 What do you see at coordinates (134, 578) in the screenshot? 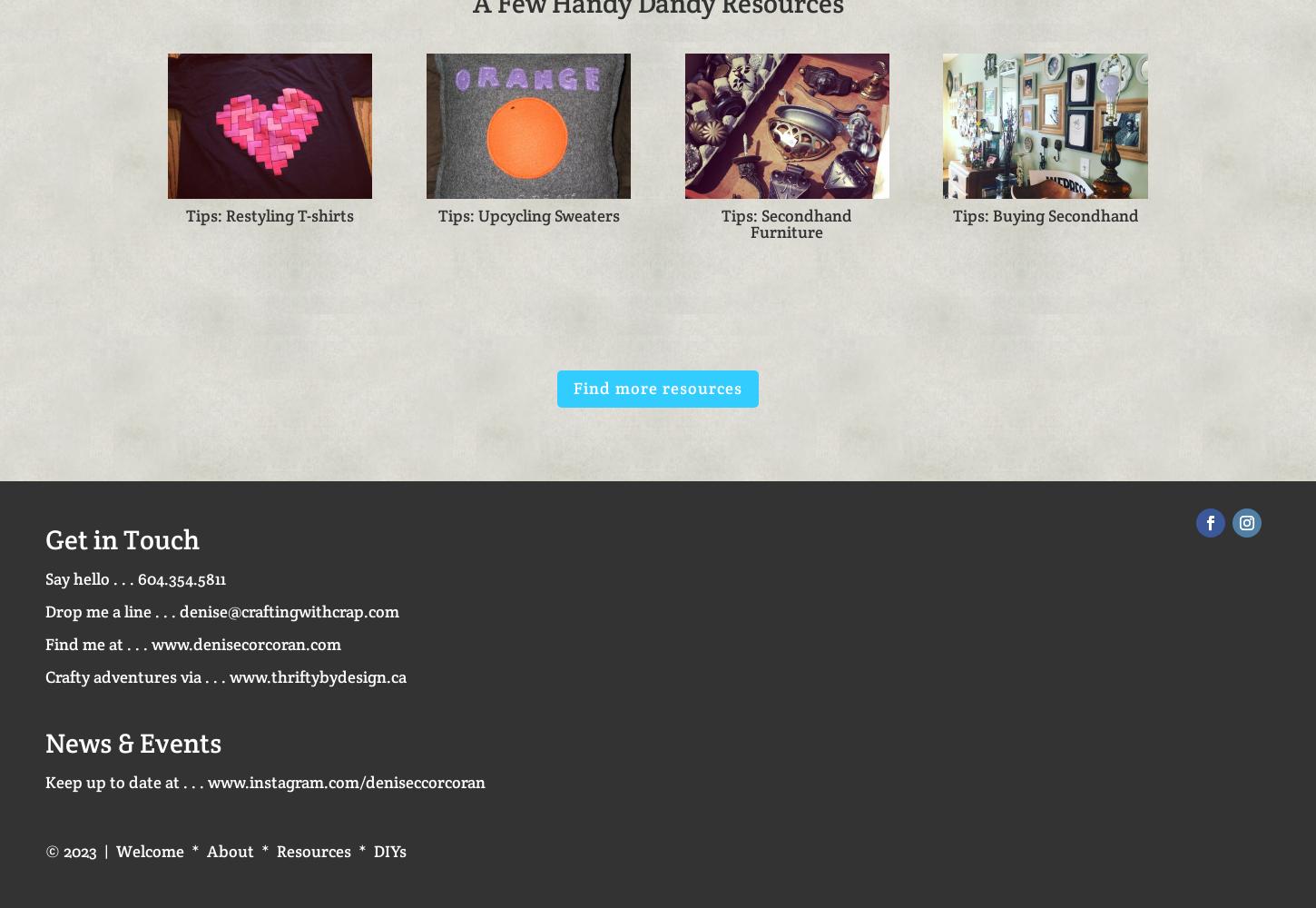
I see `'Say hello . . . 604.354.5811'` at bounding box center [134, 578].